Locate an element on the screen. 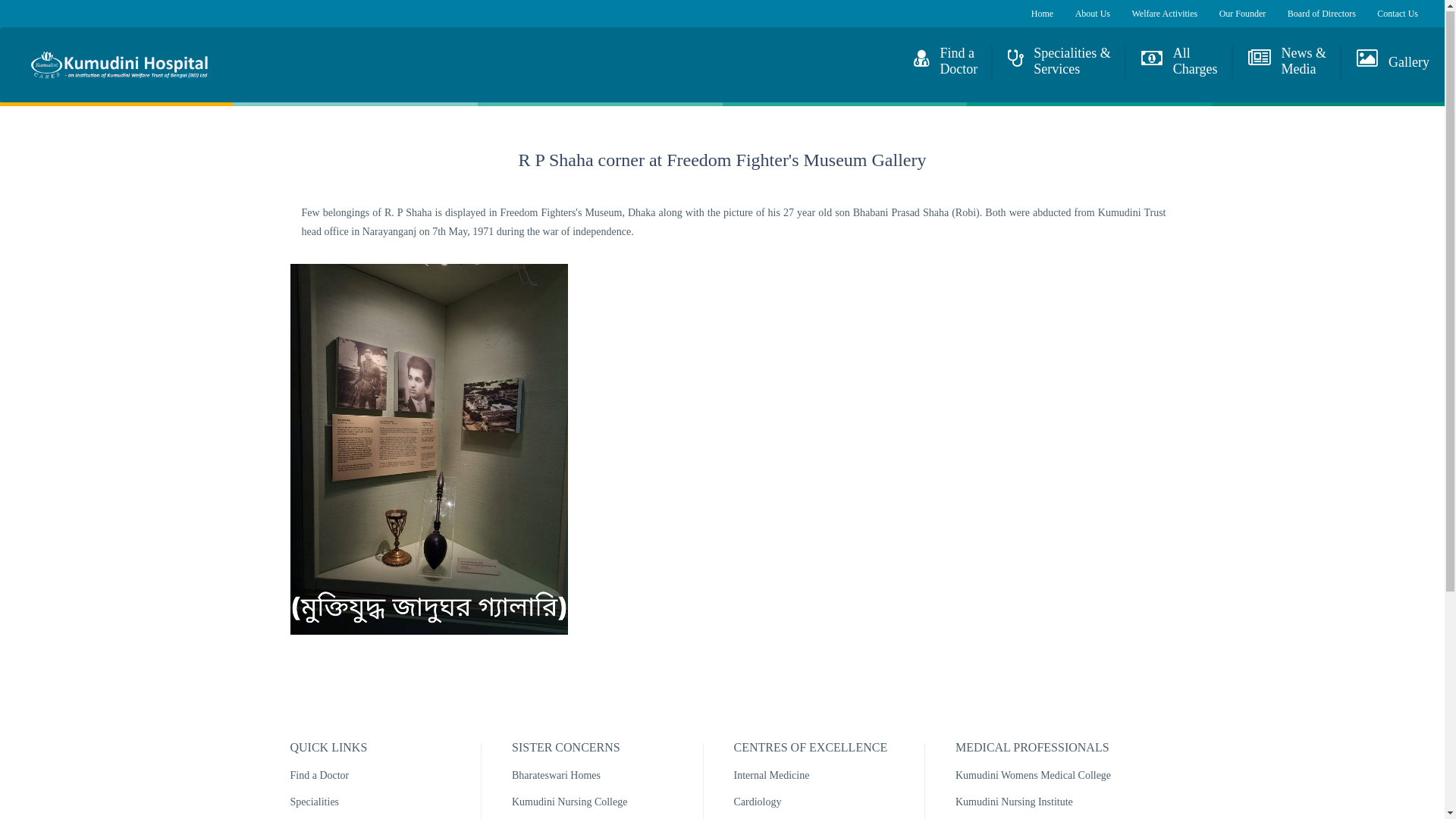 The height and width of the screenshot is (819, 1456). 'Contact Us' is located at coordinates (1376, 14).